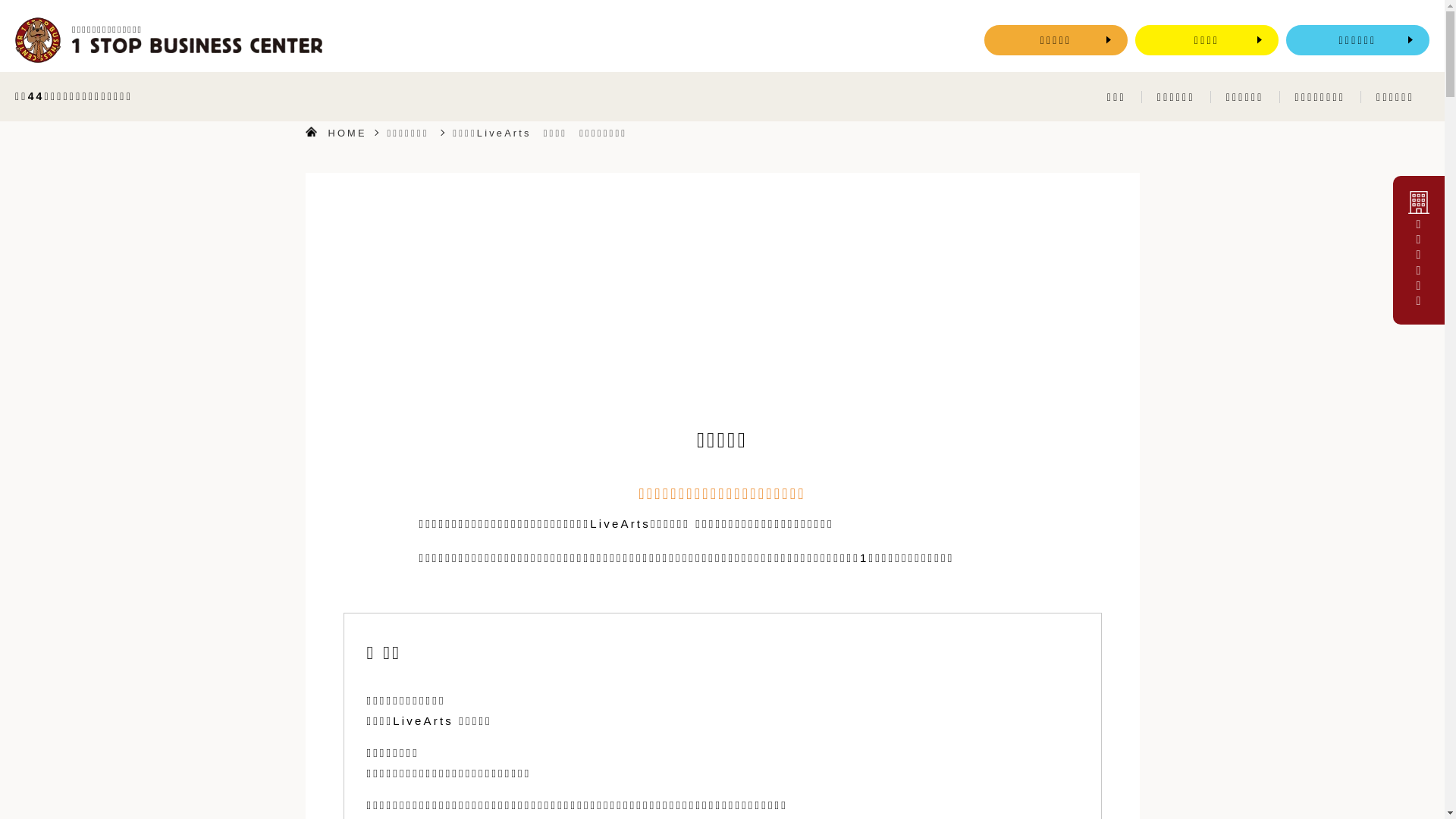  What do you see at coordinates (346, 132) in the screenshot?
I see `'HOME'` at bounding box center [346, 132].